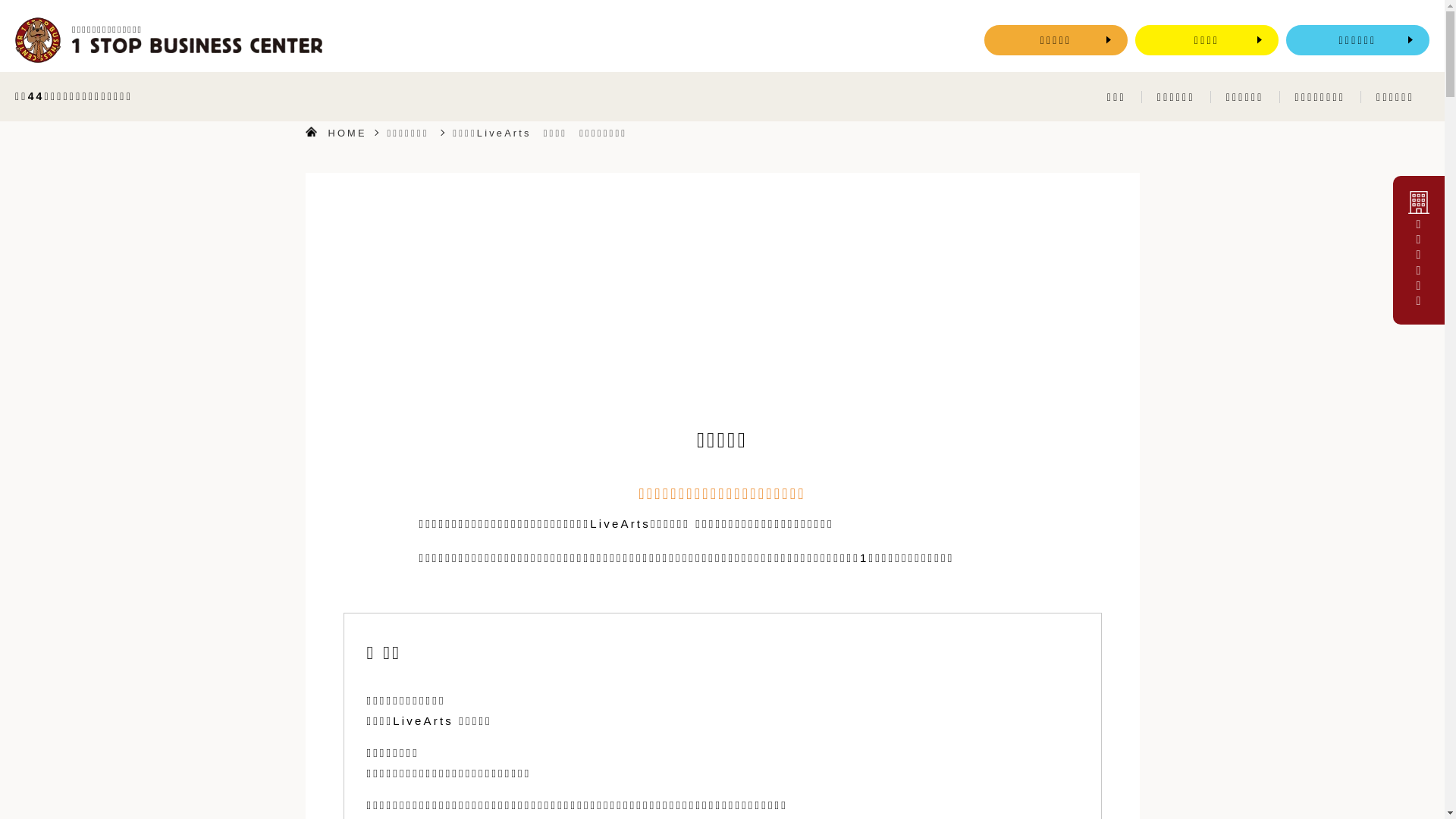  What do you see at coordinates (346, 132) in the screenshot?
I see `'HOME'` at bounding box center [346, 132].